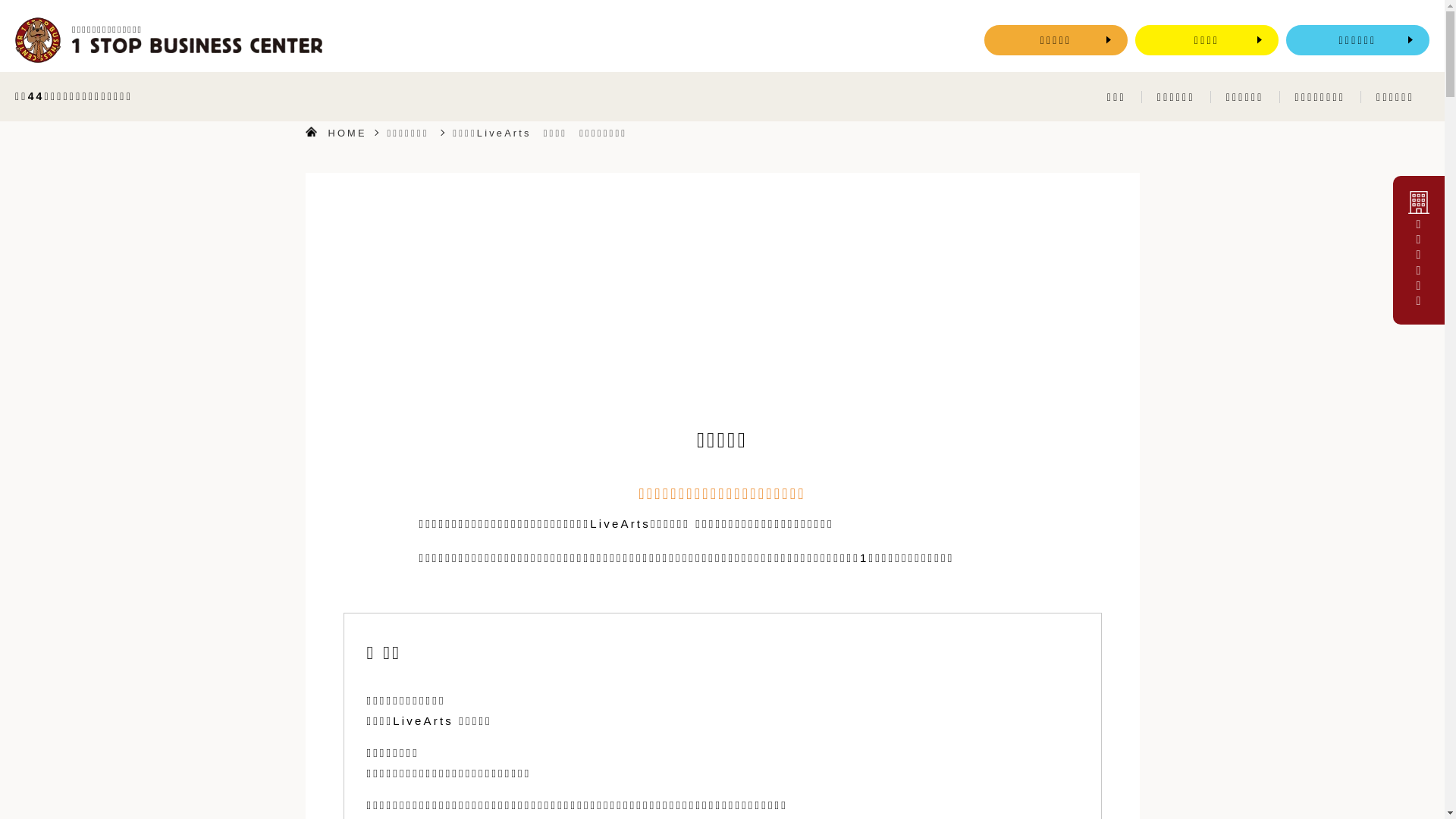  What do you see at coordinates (346, 132) in the screenshot?
I see `'HOME'` at bounding box center [346, 132].